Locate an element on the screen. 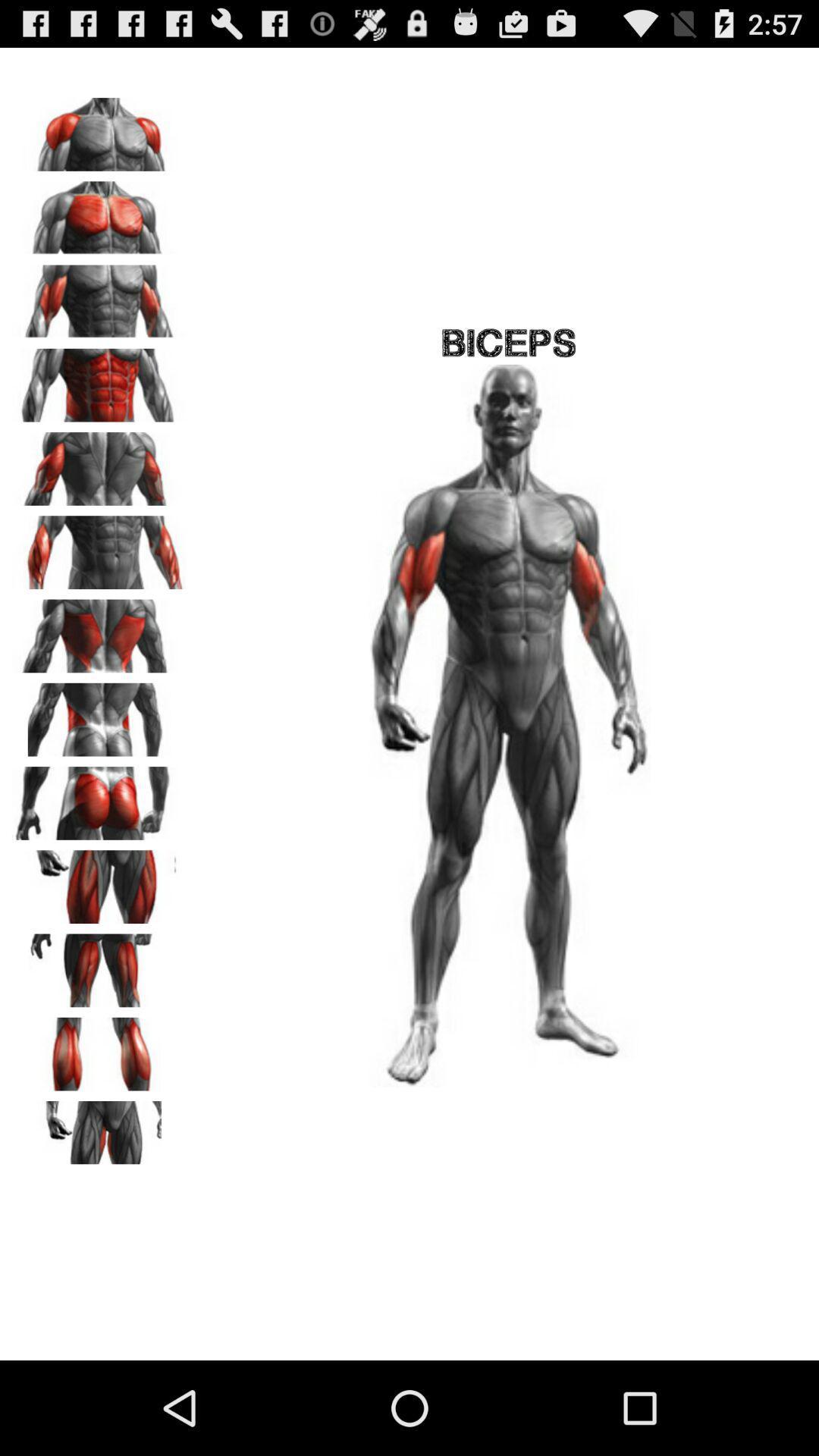  picture is located at coordinates (99, 463).